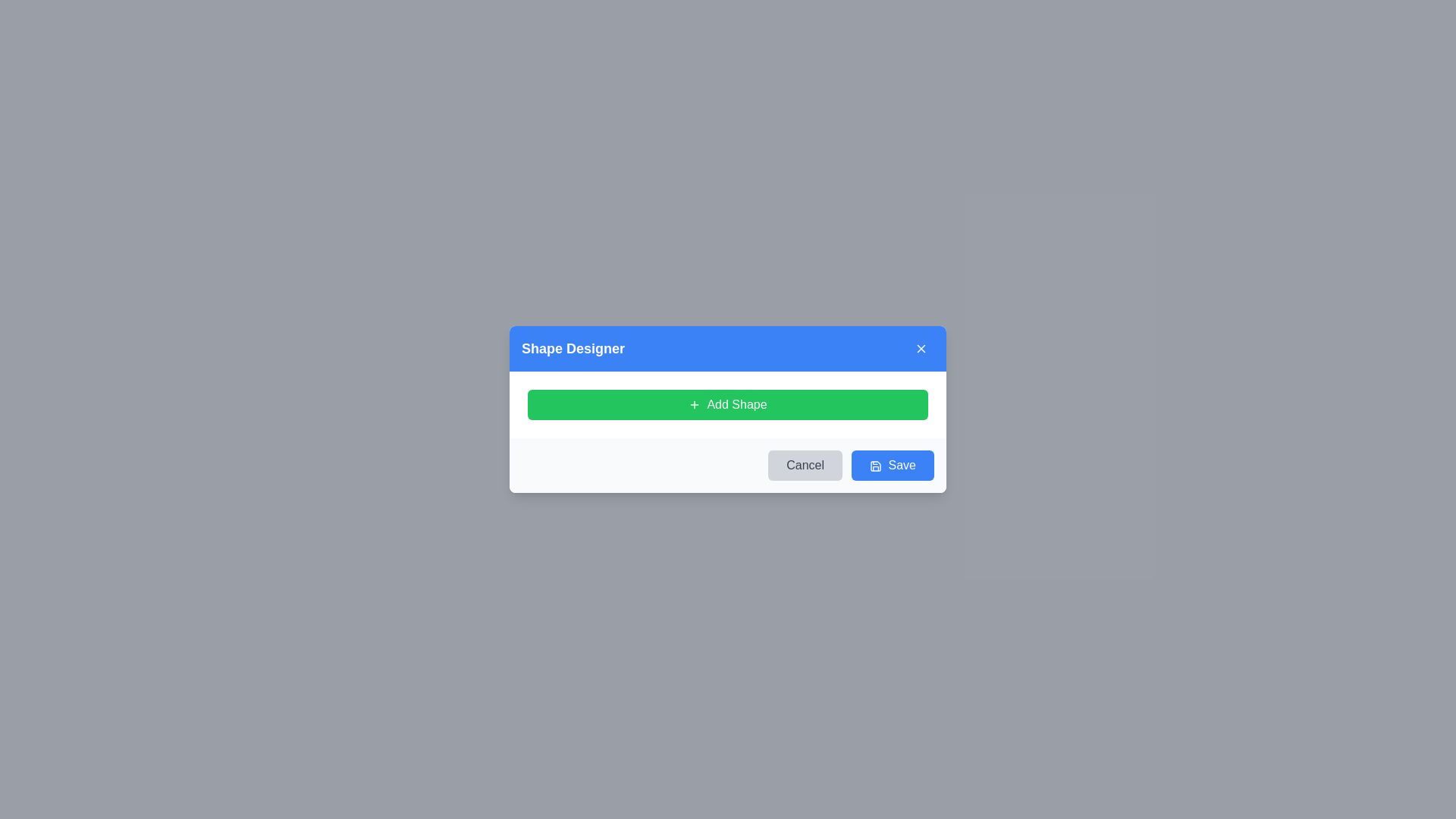 Image resolution: width=1456 pixels, height=819 pixels. What do you see at coordinates (920, 348) in the screenshot?
I see `the diagonal cross icon located in the top right corner of the 'Shape Designer' dialog box` at bounding box center [920, 348].